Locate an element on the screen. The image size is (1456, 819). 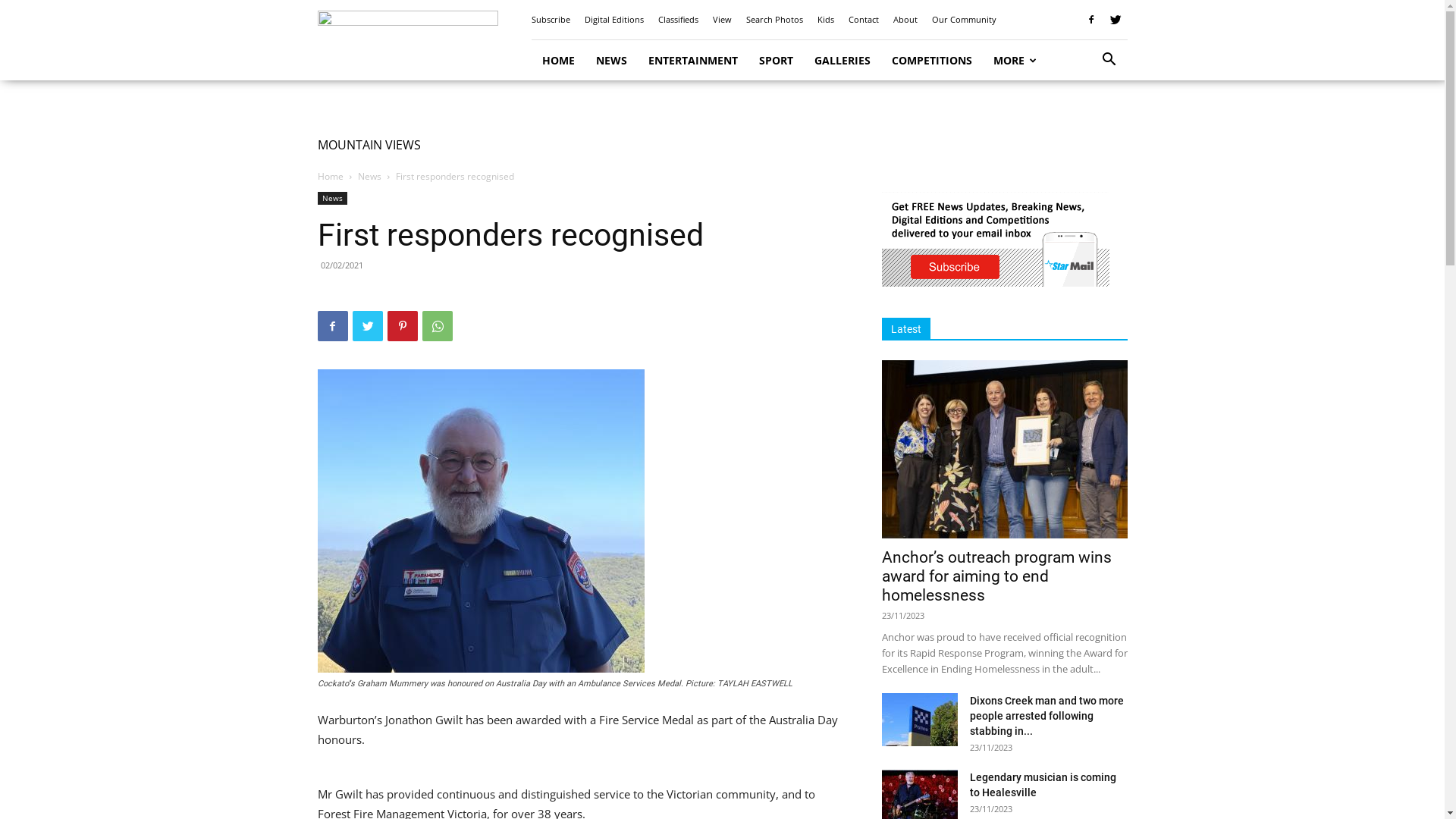
'News' is located at coordinates (369, 175).